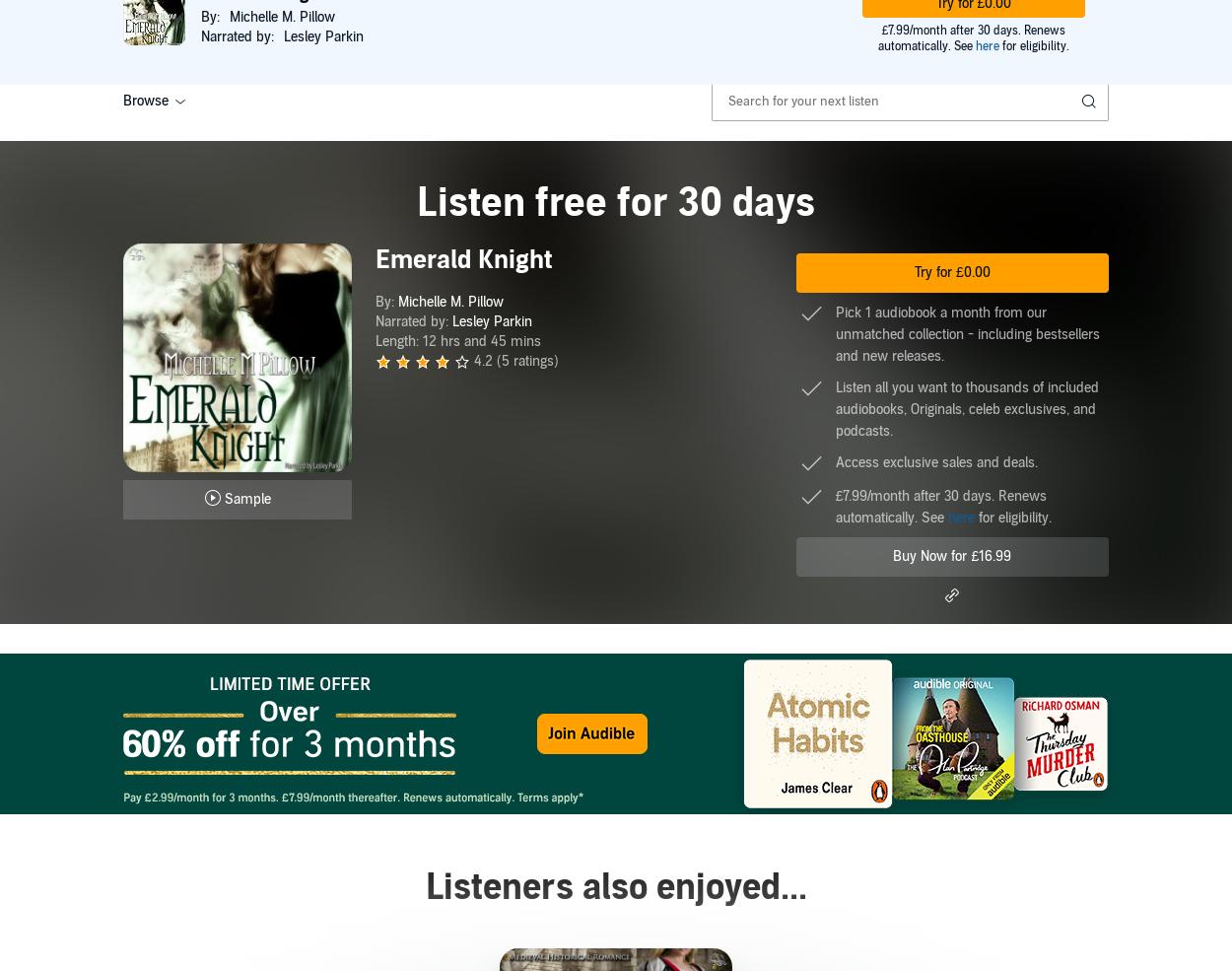 The width and height of the screenshot is (1232, 971). I want to click on 'Emerald Knight', so click(376, 258).